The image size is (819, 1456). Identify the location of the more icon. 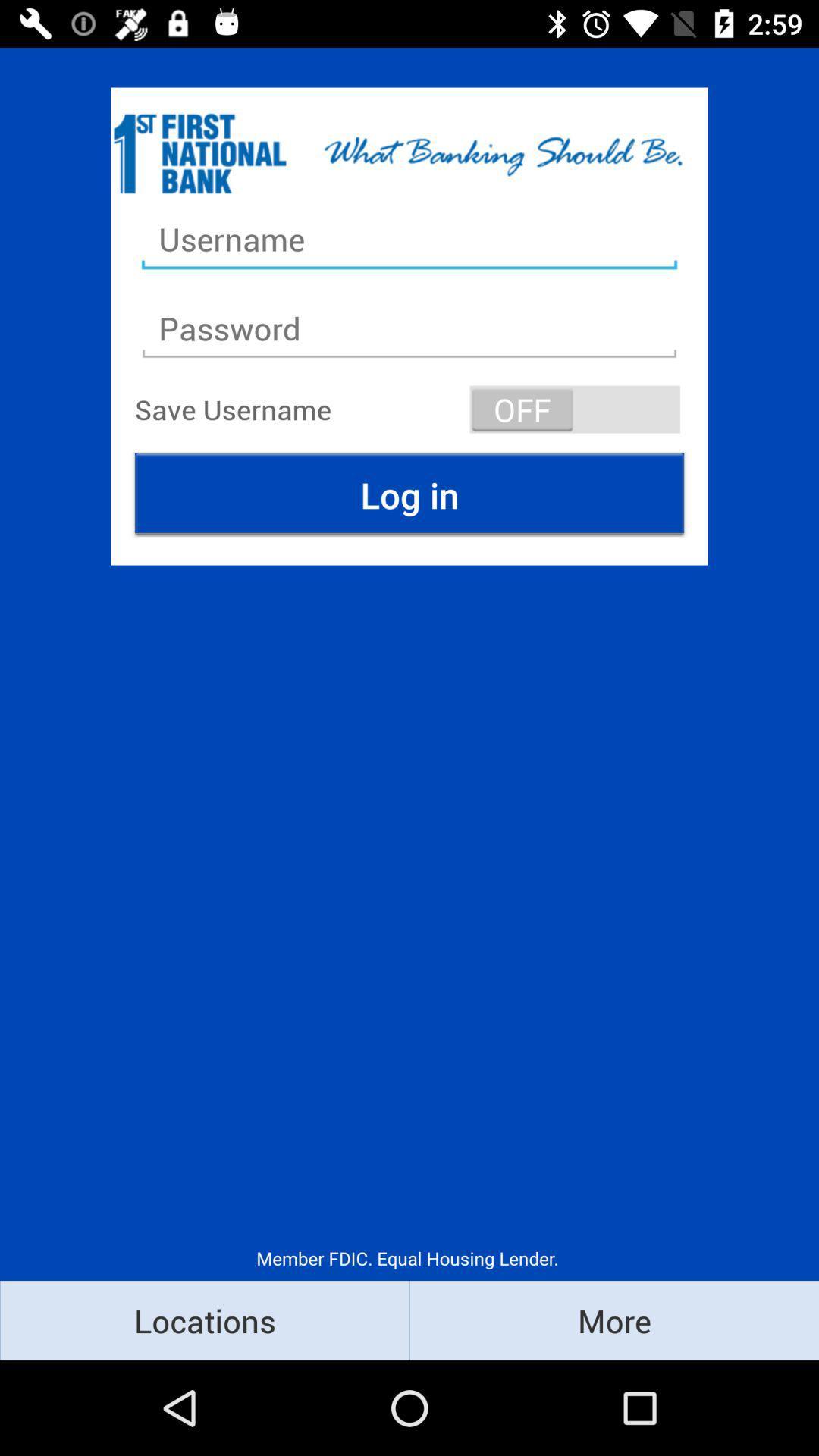
(614, 1319).